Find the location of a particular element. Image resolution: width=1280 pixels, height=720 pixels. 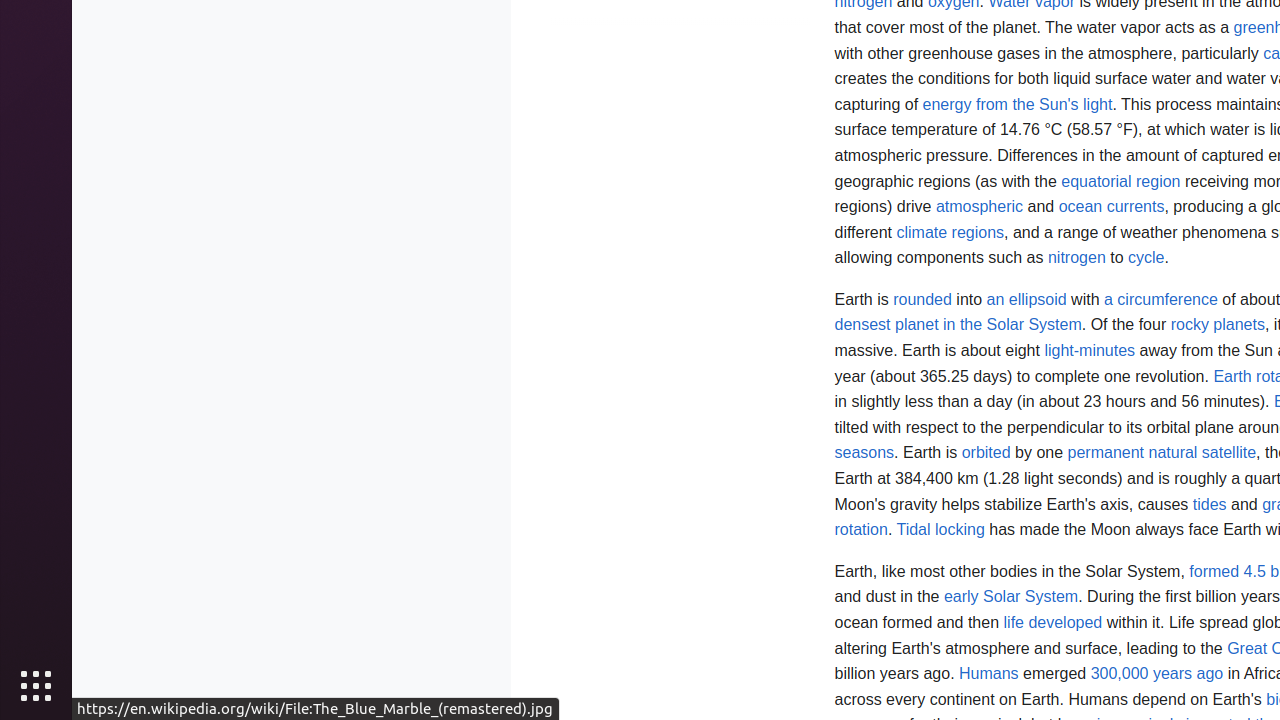

'an ellipsoid' is located at coordinates (1026, 299).